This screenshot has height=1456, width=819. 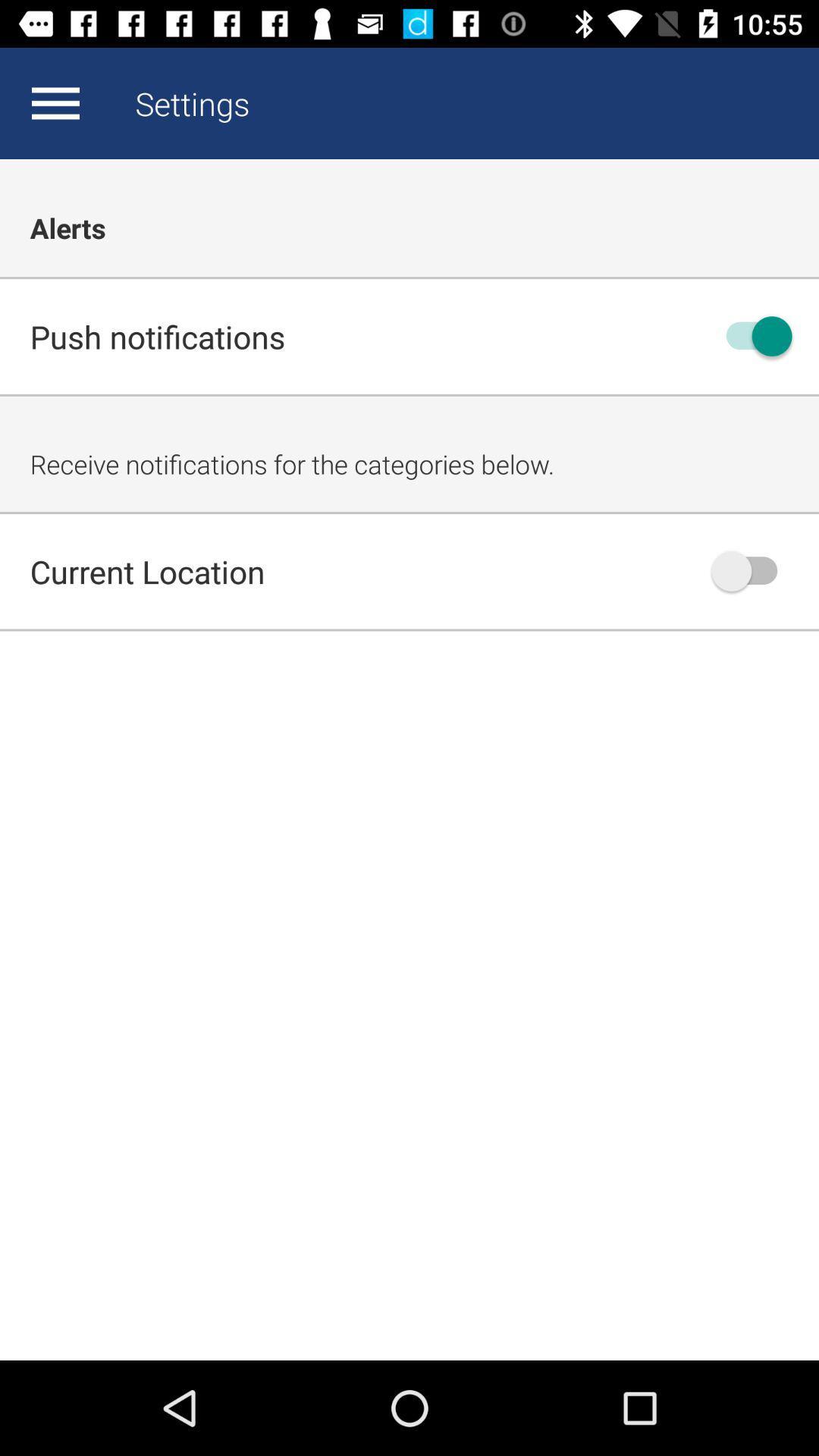 What do you see at coordinates (55, 102) in the screenshot?
I see `item to the left of settings` at bounding box center [55, 102].